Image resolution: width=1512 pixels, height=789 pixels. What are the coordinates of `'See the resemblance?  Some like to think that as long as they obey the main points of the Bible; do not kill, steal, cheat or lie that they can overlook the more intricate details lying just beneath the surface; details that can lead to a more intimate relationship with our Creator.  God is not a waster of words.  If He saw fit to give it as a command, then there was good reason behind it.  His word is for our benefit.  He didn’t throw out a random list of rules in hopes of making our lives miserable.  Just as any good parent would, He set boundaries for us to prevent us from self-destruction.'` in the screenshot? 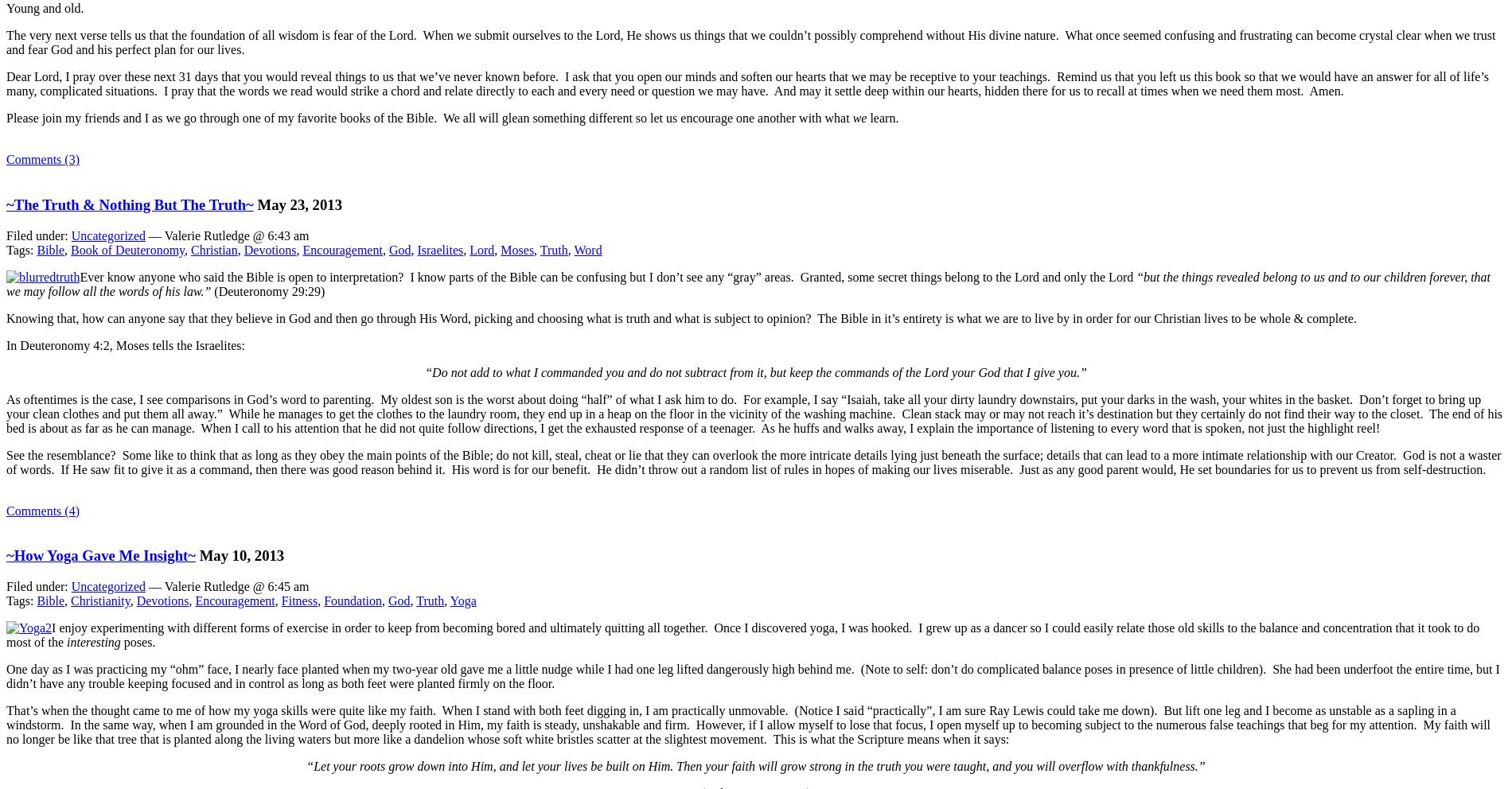 It's located at (752, 461).